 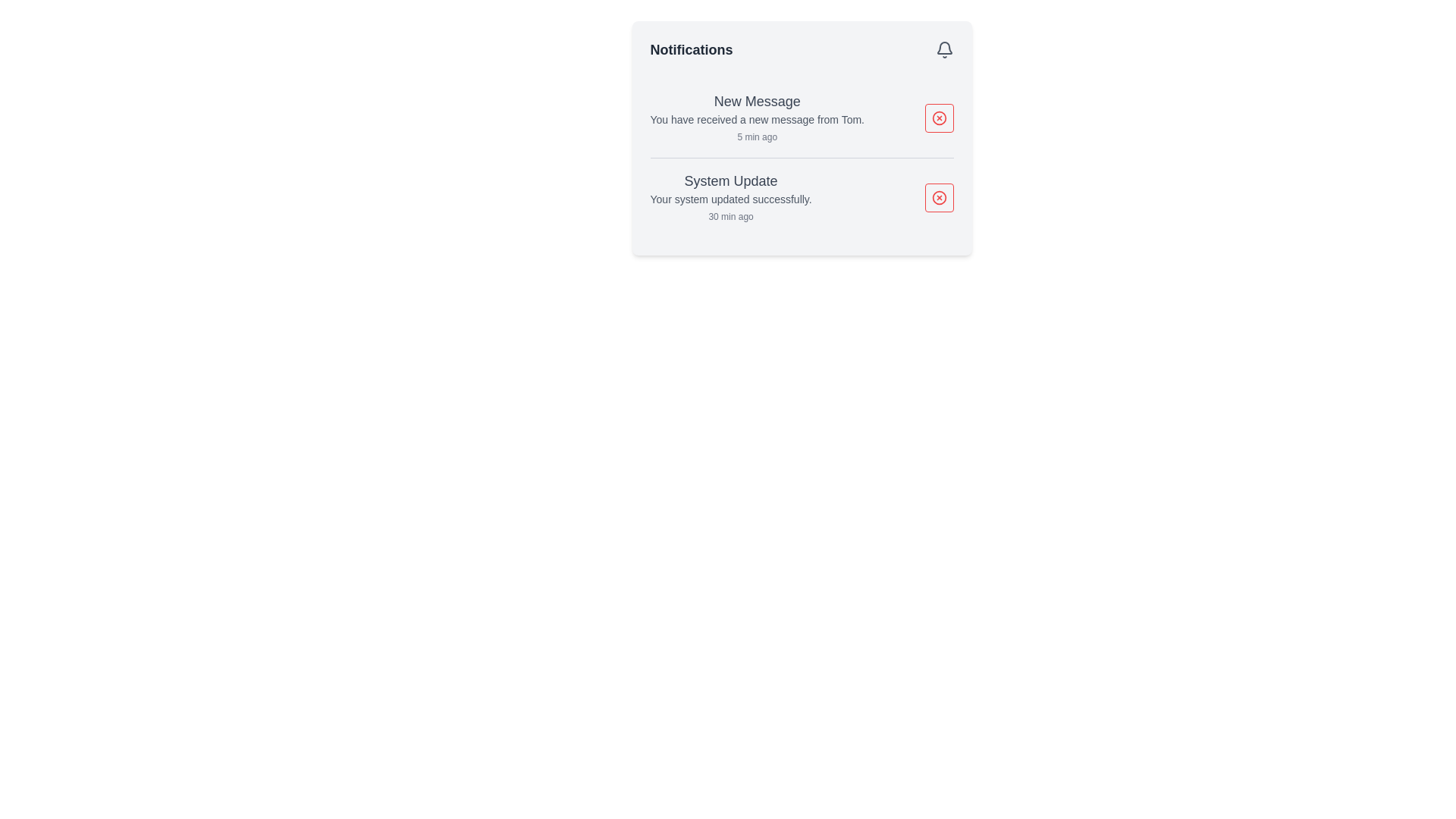 I want to click on the notification icon located at the top-right corner of the notification window, which indicates updates or alerts, so click(x=943, y=47).